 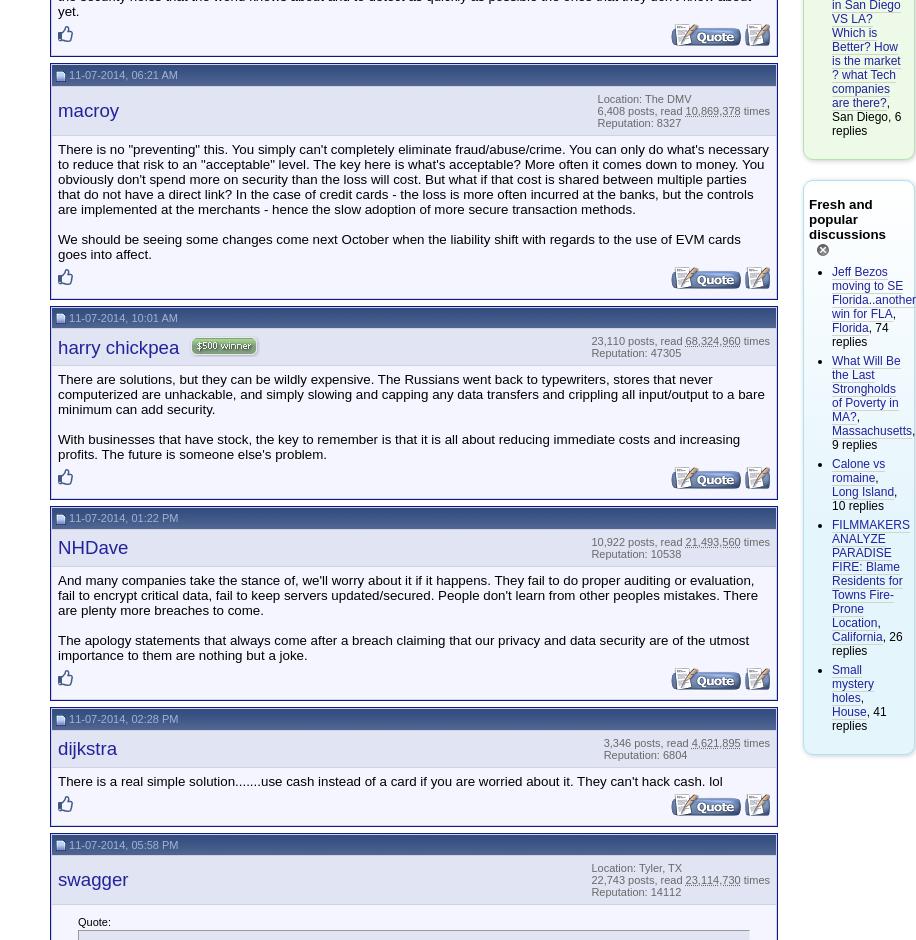 What do you see at coordinates (859, 717) in the screenshot?
I see `', 41 replies'` at bounding box center [859, 717].